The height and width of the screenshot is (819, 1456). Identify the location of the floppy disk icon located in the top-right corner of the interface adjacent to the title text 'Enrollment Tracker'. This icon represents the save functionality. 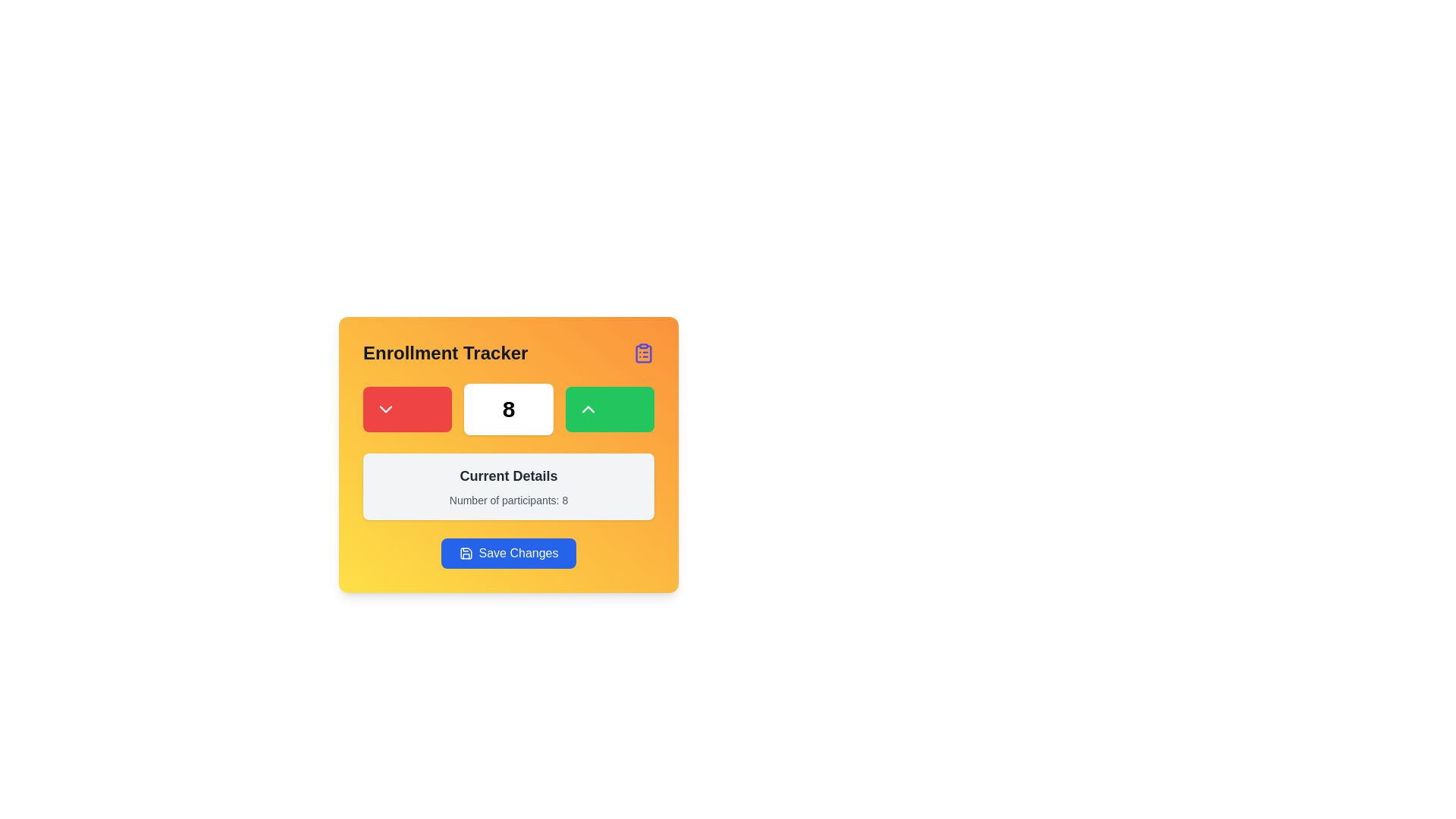
(465, 553).